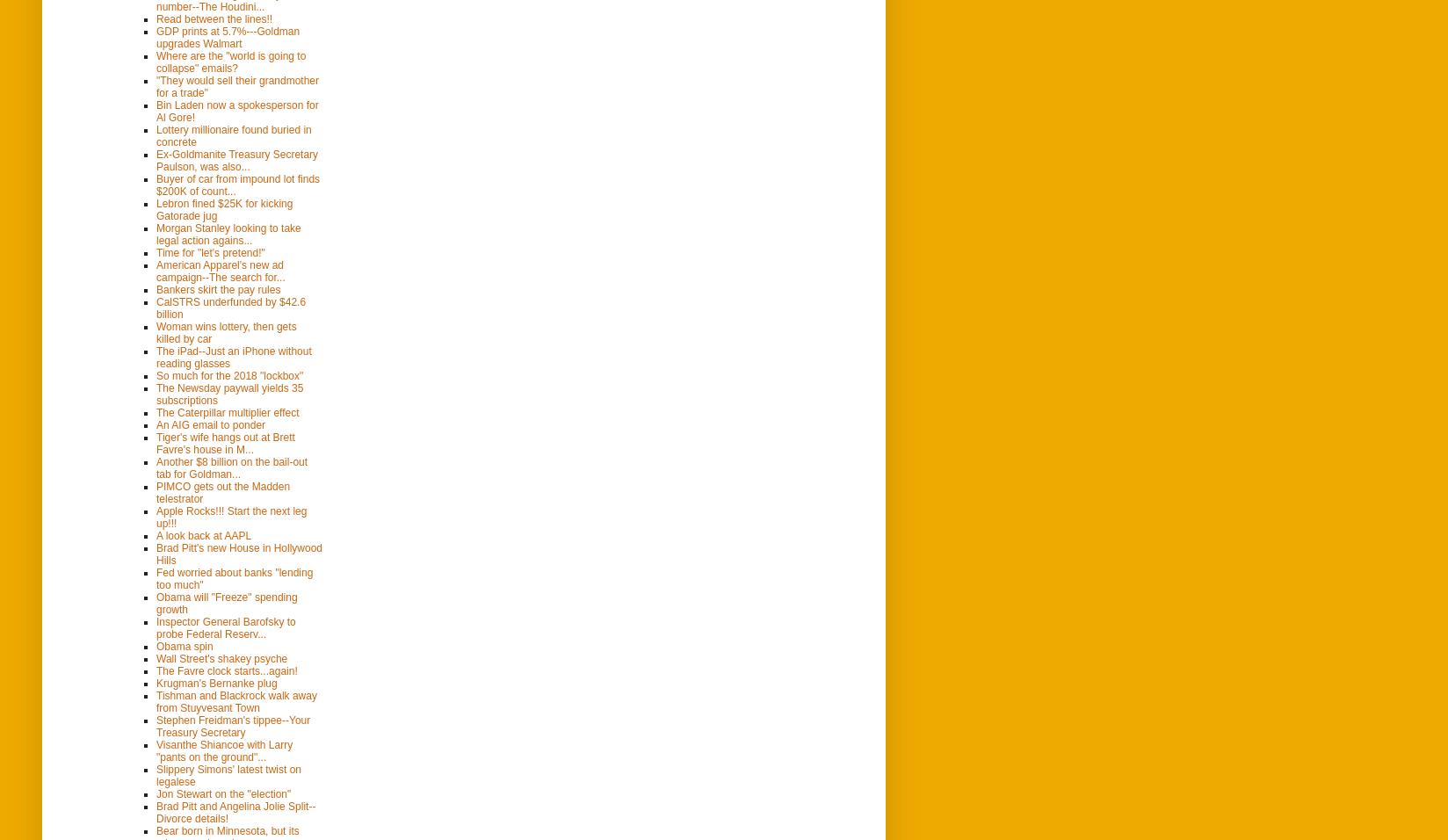  I want to click on 'So much for the 2018 "lockbox"', so click(228, 375).